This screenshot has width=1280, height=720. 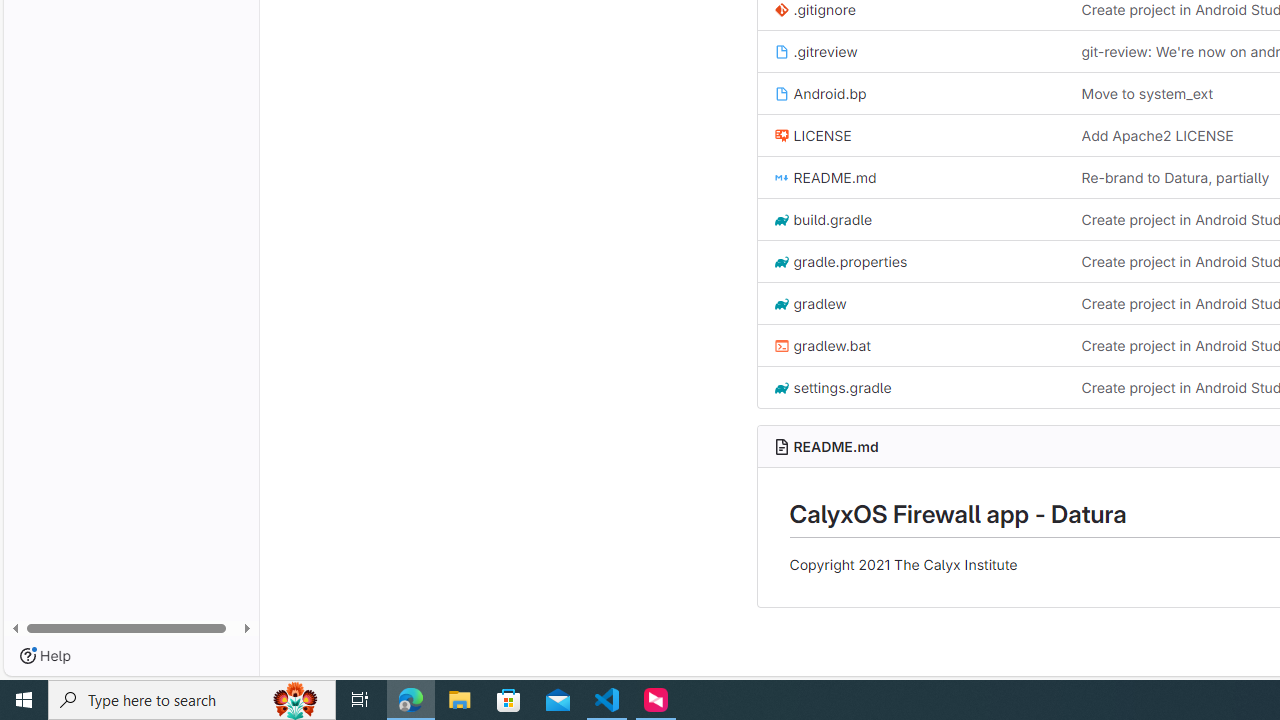 I want to click on 'Add Apache2 LICENSE', so click(x=1157, y=135).